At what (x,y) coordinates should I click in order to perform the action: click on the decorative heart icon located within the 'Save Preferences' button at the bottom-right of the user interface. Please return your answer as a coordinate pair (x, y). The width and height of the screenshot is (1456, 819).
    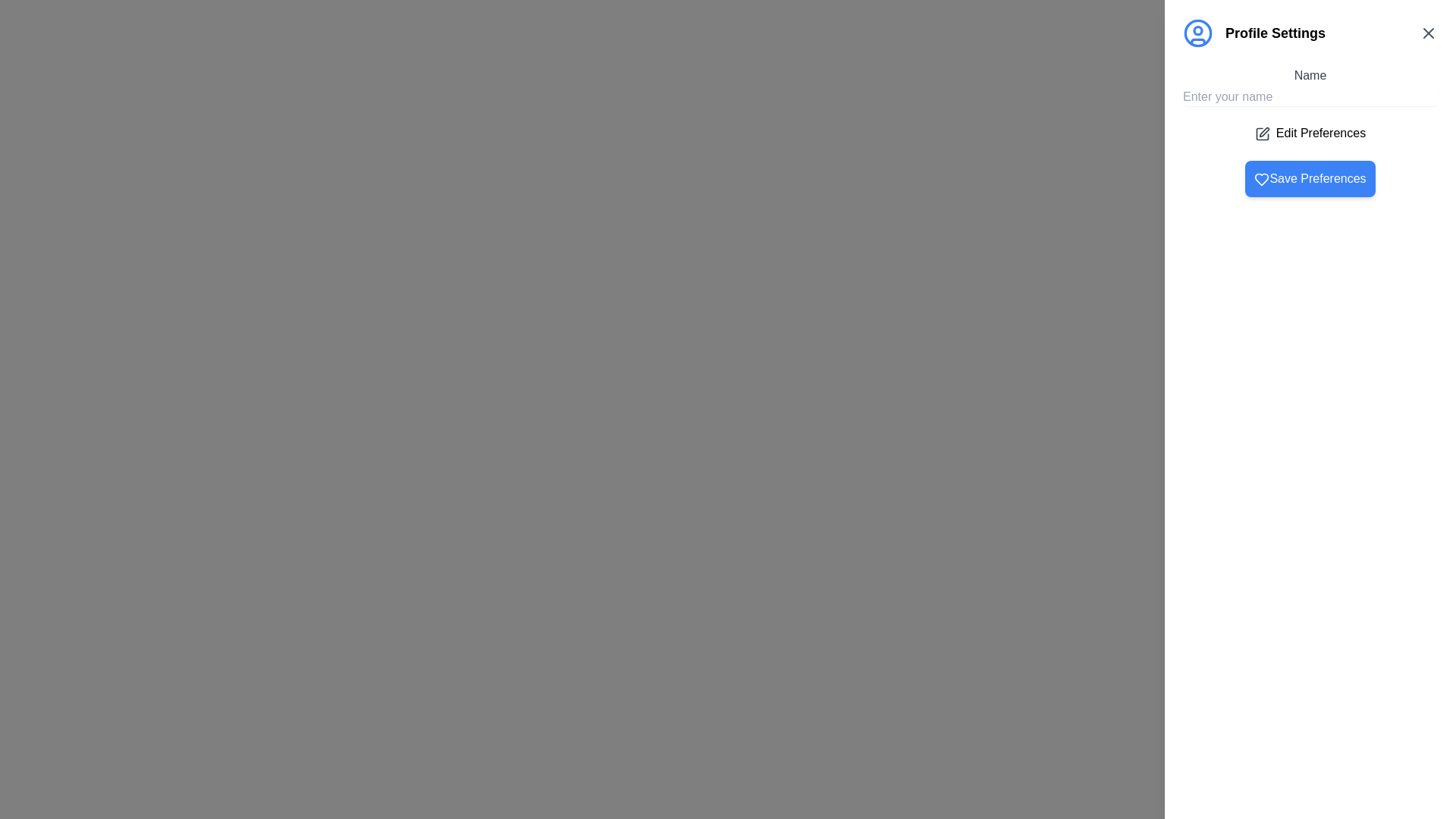
    Looking at the image, I should click on (1262, 178).